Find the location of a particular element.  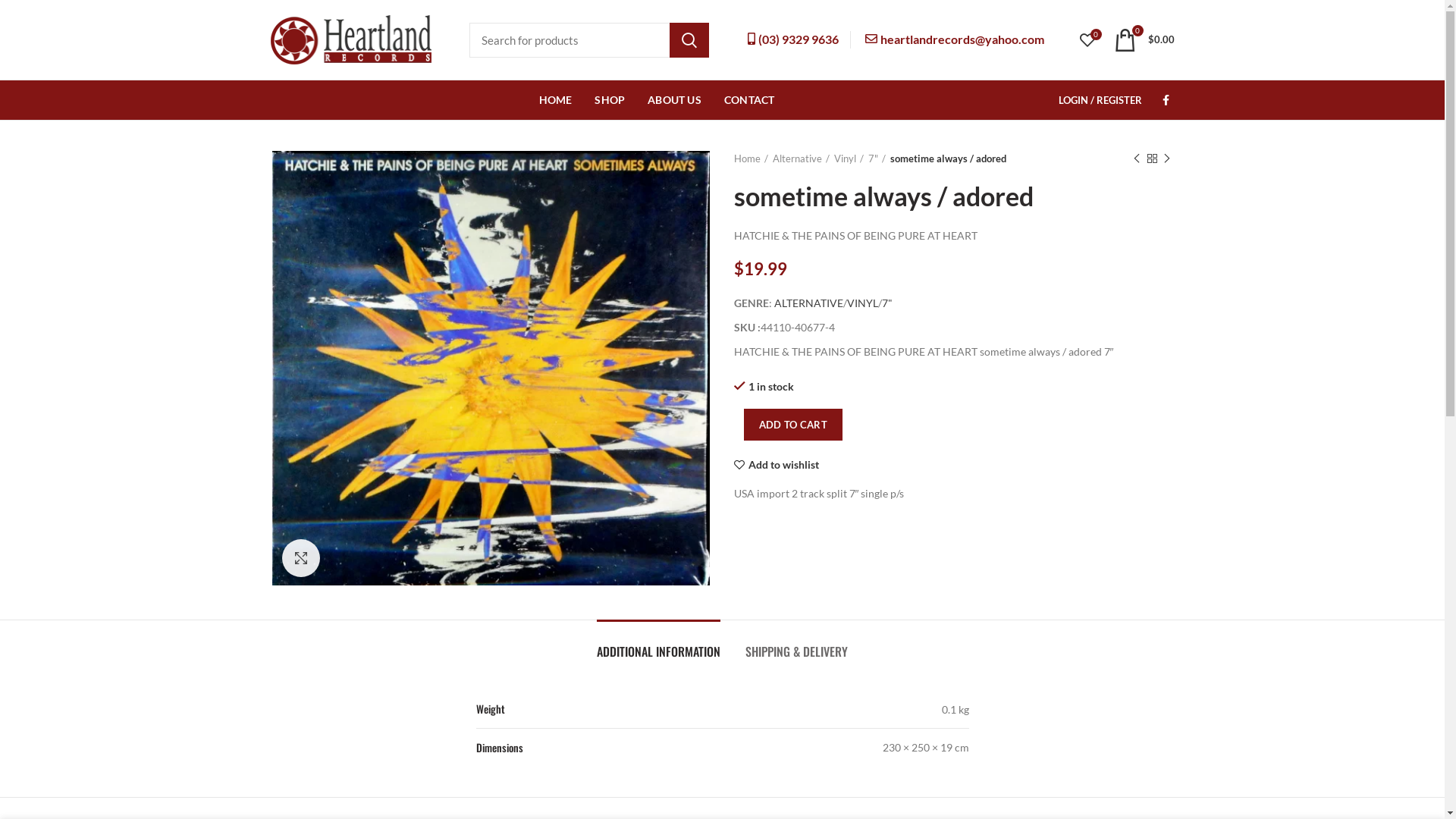

'ADDITIONAL INFORMATION' is located at coordinates (596, 643).